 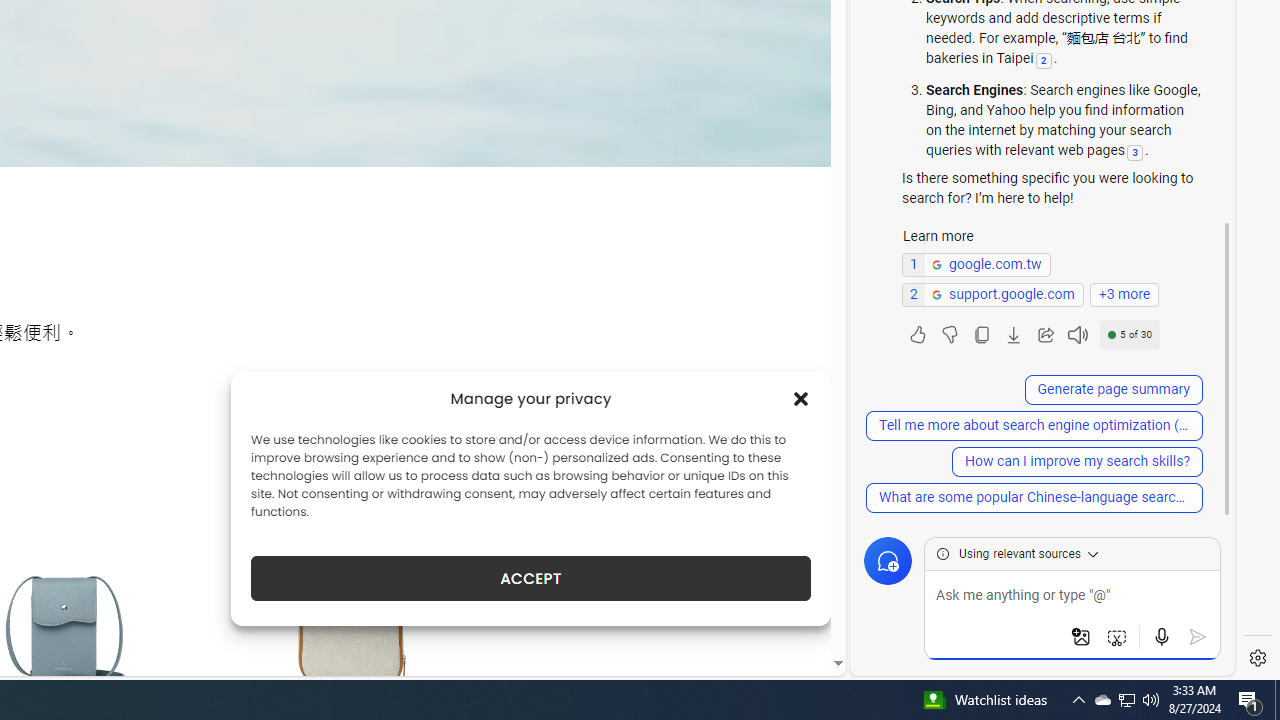 What do you see at coordinates (801, 398) in the screenshot?
I see `'Class: cmplz-close'` at bounding box center [801, 398].